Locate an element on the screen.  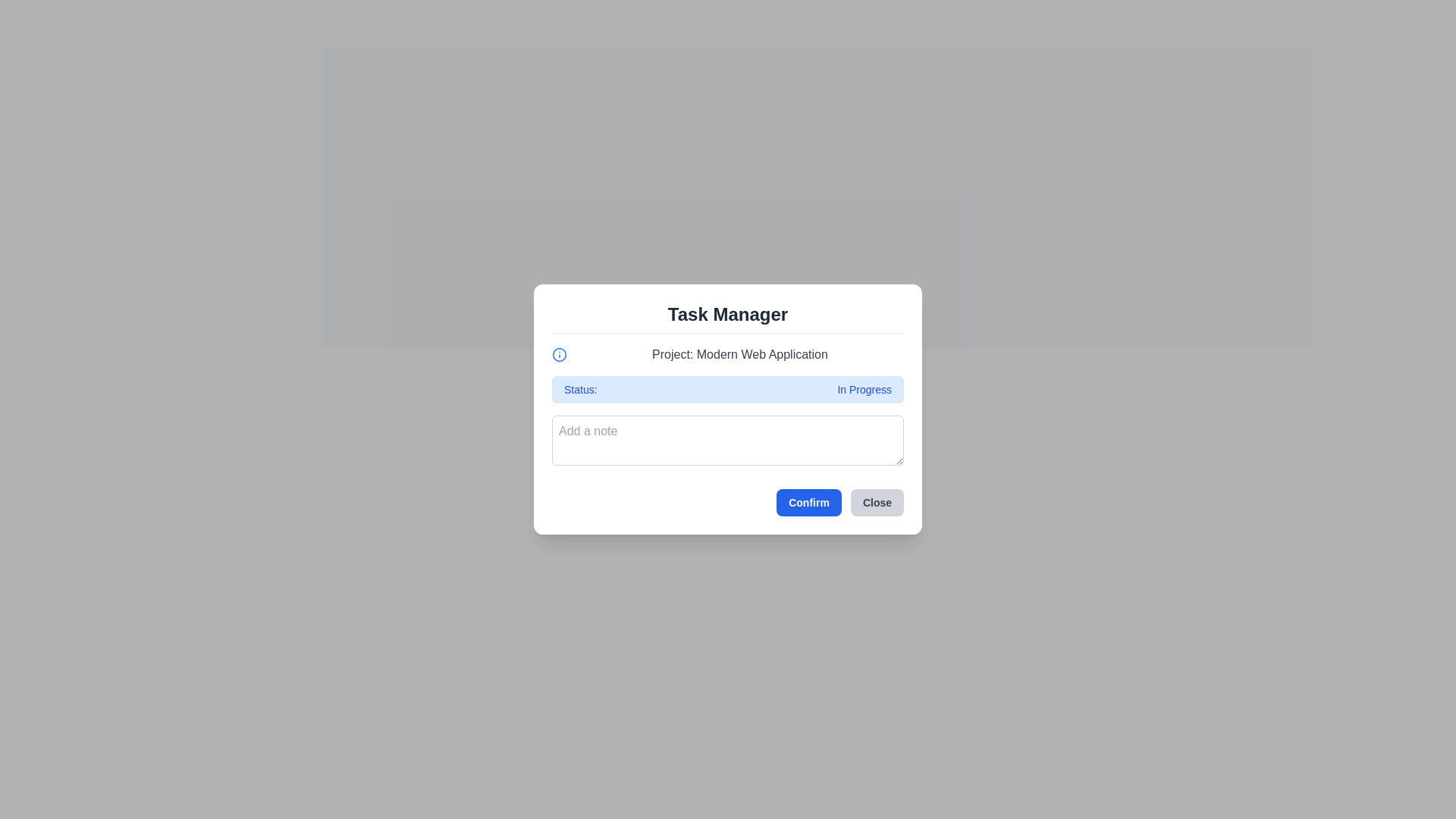
the static text label indicating the current status of the task, which is located to the right of the label 'Status:' in a blue-highlighted status box is located at coordinates (864, 388).